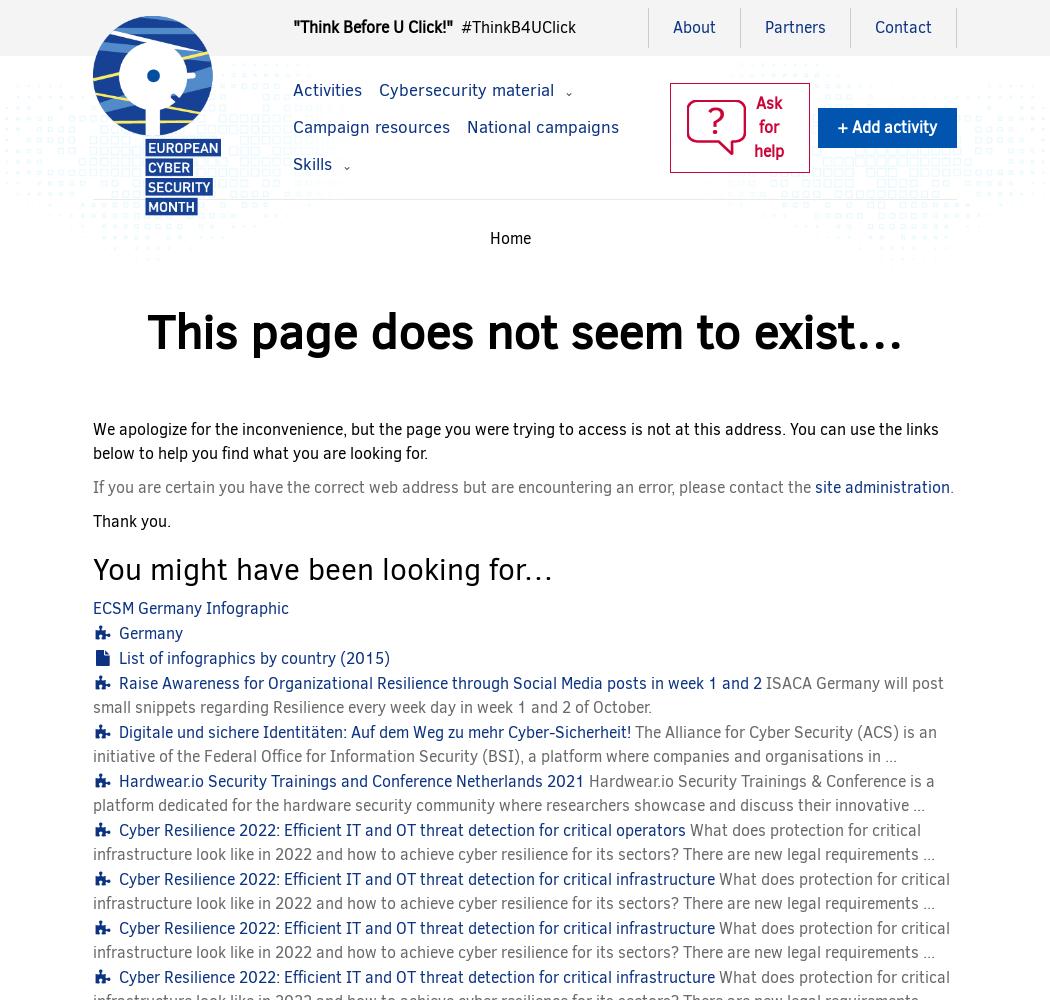 Image resolution: width=1050 pixels, height=1000 pixels. I want to click on 'site administration', so click(881, 485).